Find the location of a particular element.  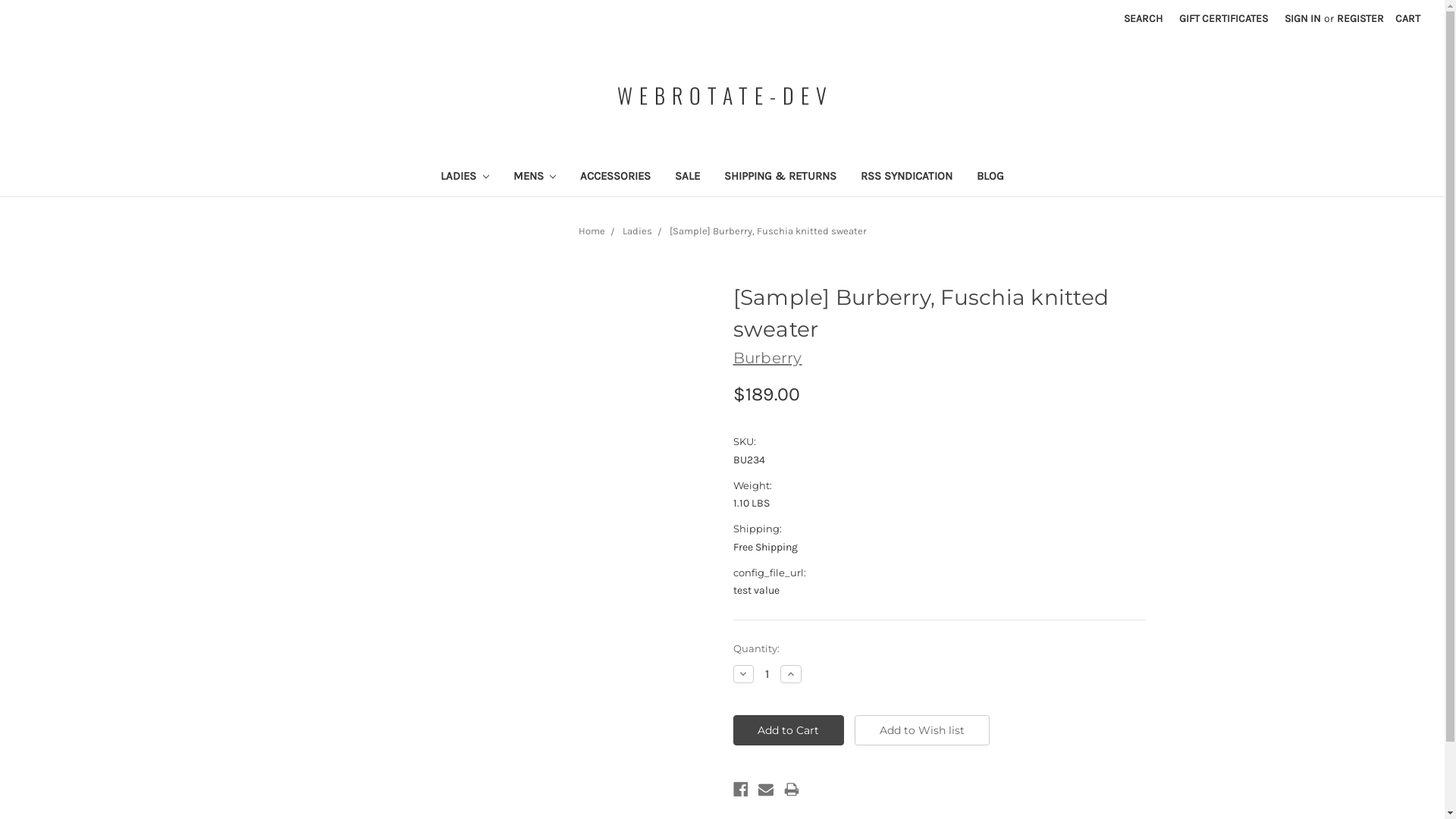

'Add to Cart' is located at coordinates (788, 730).